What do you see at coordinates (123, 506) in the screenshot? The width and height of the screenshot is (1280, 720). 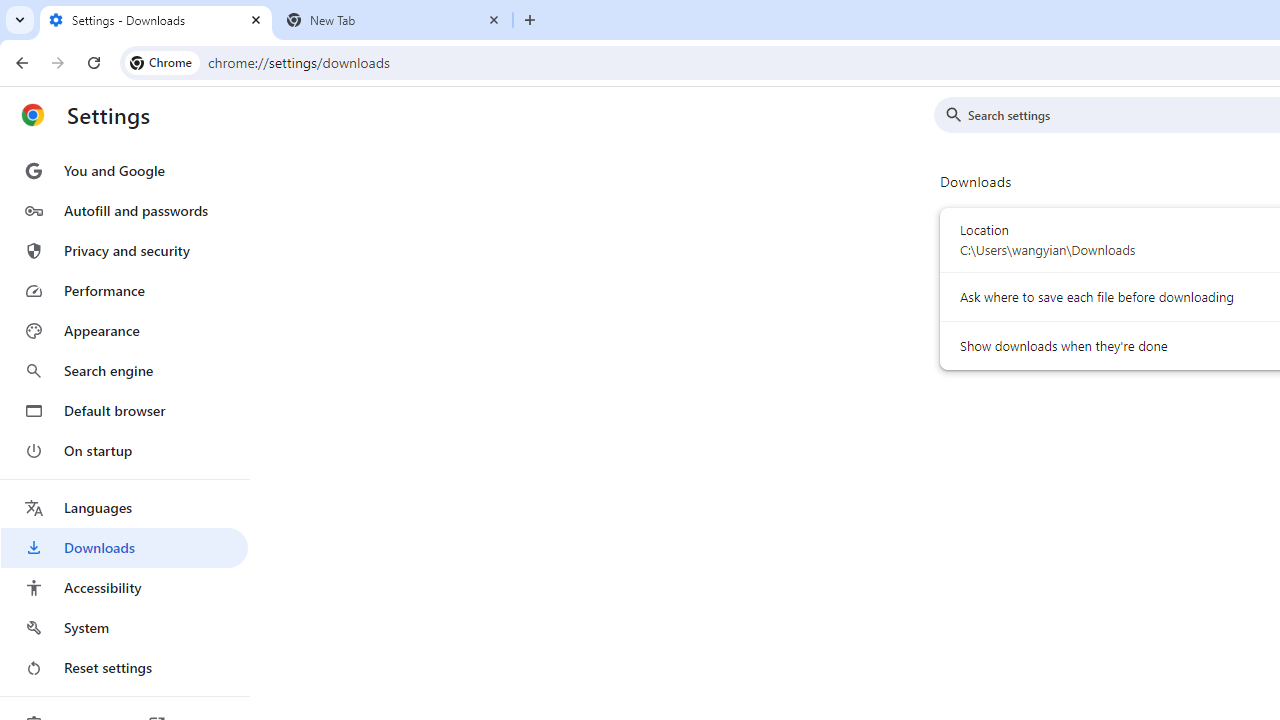 I see `'Languages'` at bounding box center [123, 506].